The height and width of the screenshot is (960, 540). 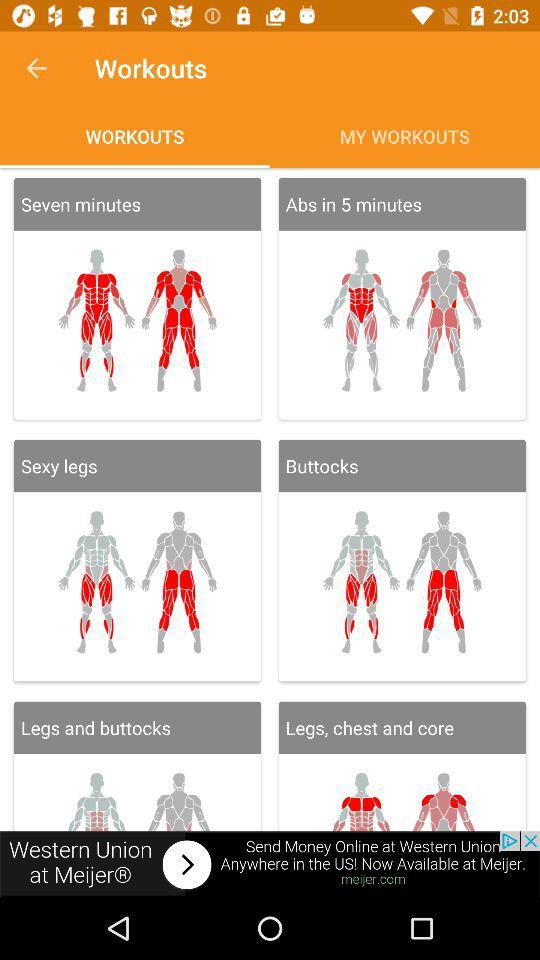 What do you see at coordinates (270, 863) in the screenshot?
I see `advertisement` at bounding box center [270, 863].